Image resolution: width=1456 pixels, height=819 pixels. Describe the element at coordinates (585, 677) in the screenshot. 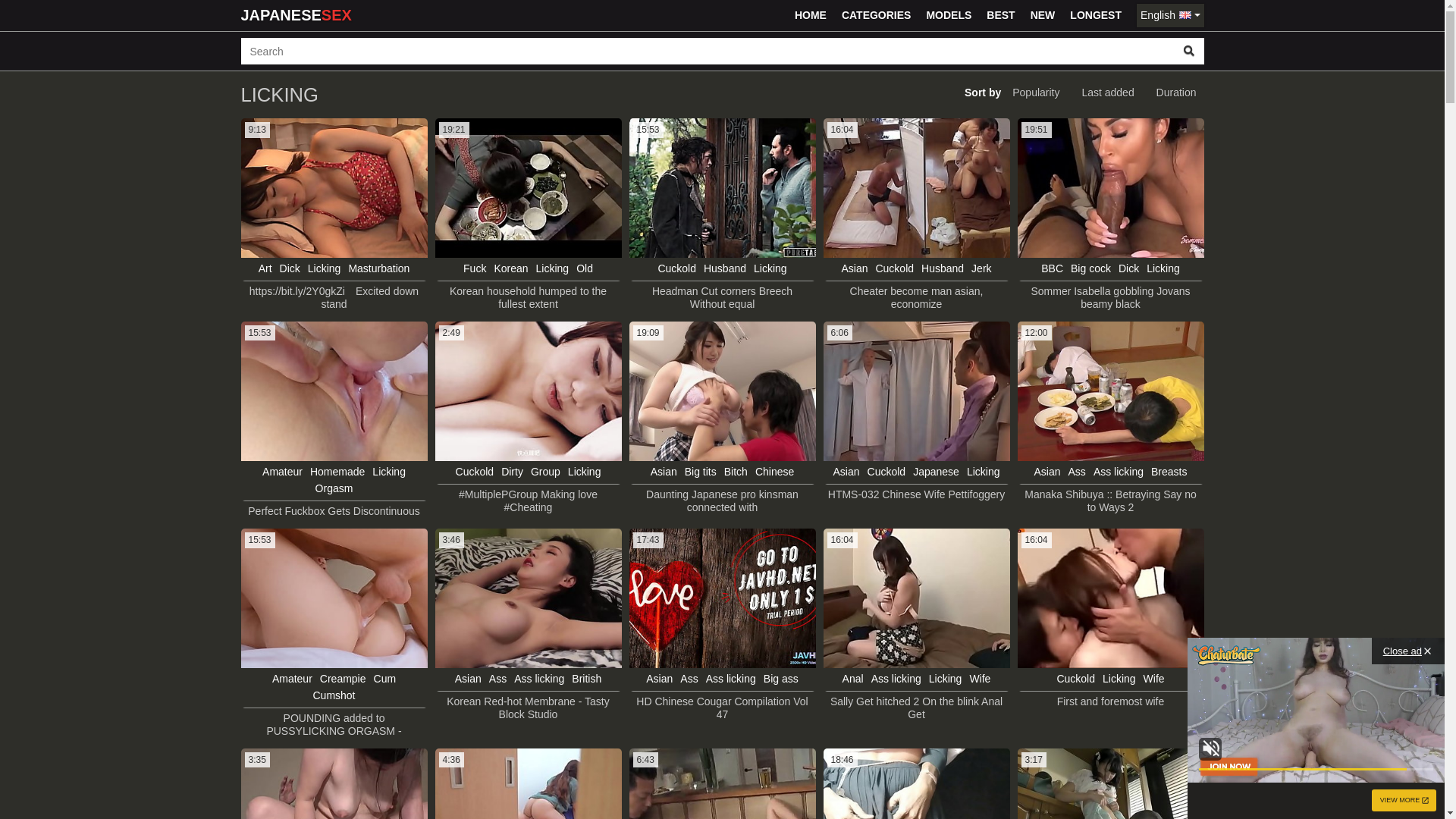

I see `'British'` at that location.